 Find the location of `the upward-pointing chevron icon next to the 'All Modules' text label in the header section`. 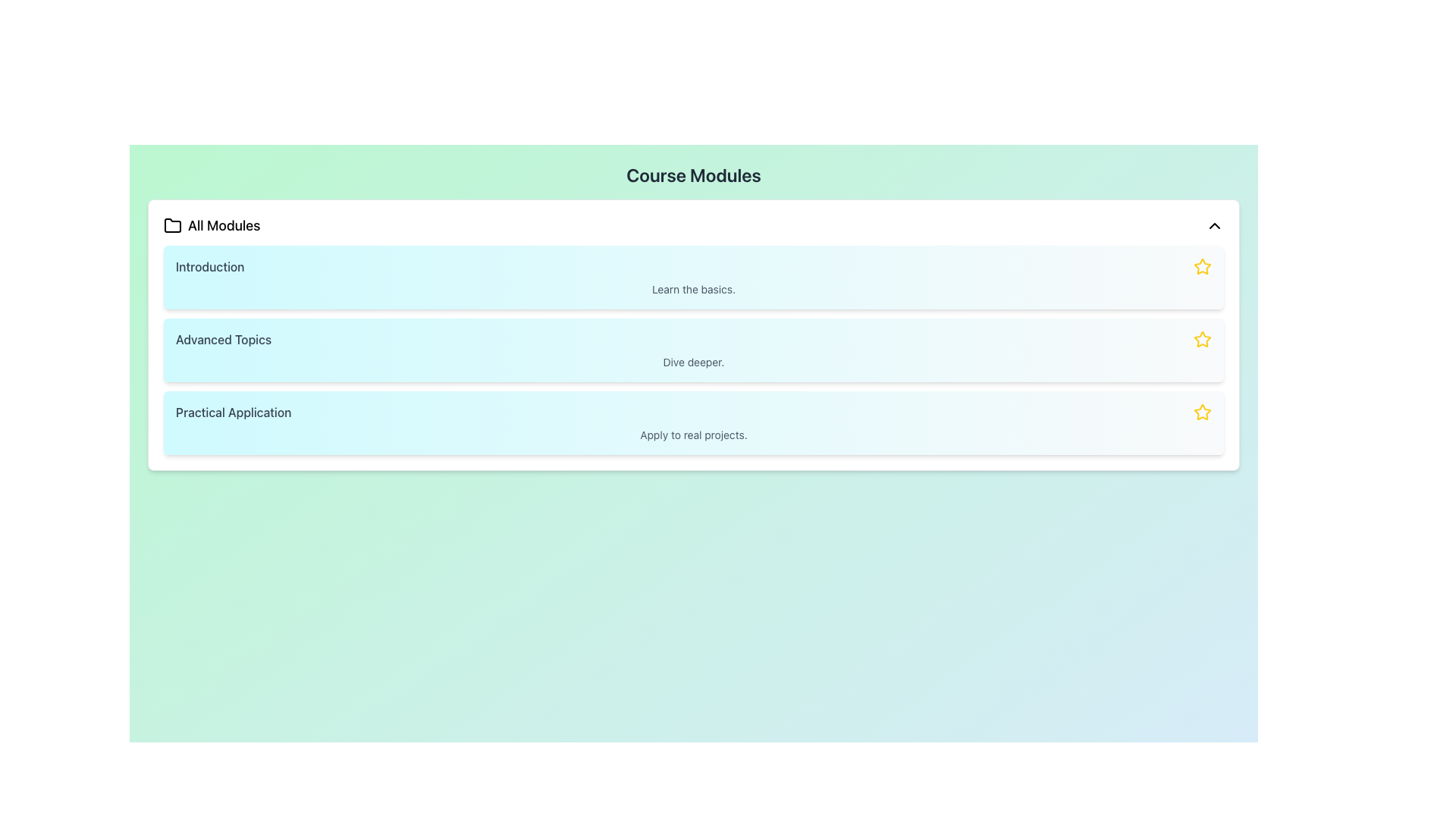

the upward-pointing chevron icon next to the 'All Modules' text label in the header section is located at coordinates (1215, 225).